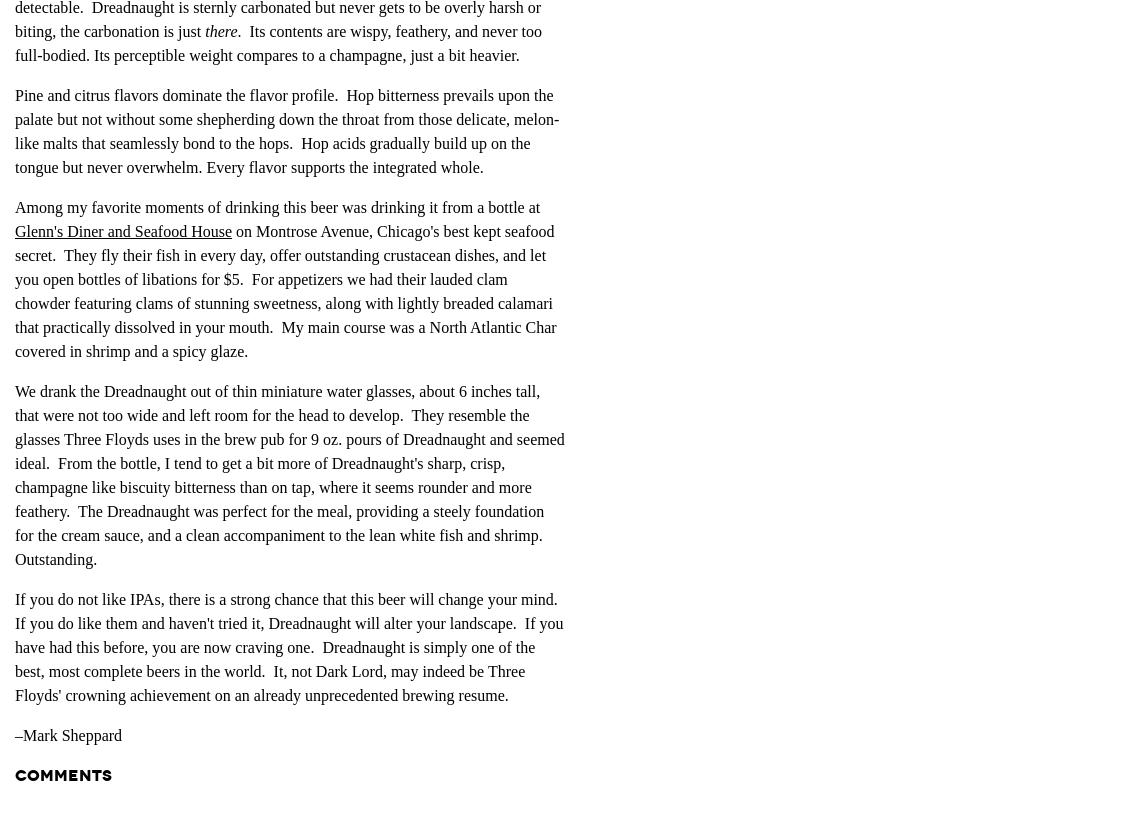 This screenshot has height=839, width=1140. What do you see at coordinates (276, 206) in the screenshot?
I see `'Among my favorite moments of drinking this beer was drinking it from a bottle at'` at bounding box center [276, 206].